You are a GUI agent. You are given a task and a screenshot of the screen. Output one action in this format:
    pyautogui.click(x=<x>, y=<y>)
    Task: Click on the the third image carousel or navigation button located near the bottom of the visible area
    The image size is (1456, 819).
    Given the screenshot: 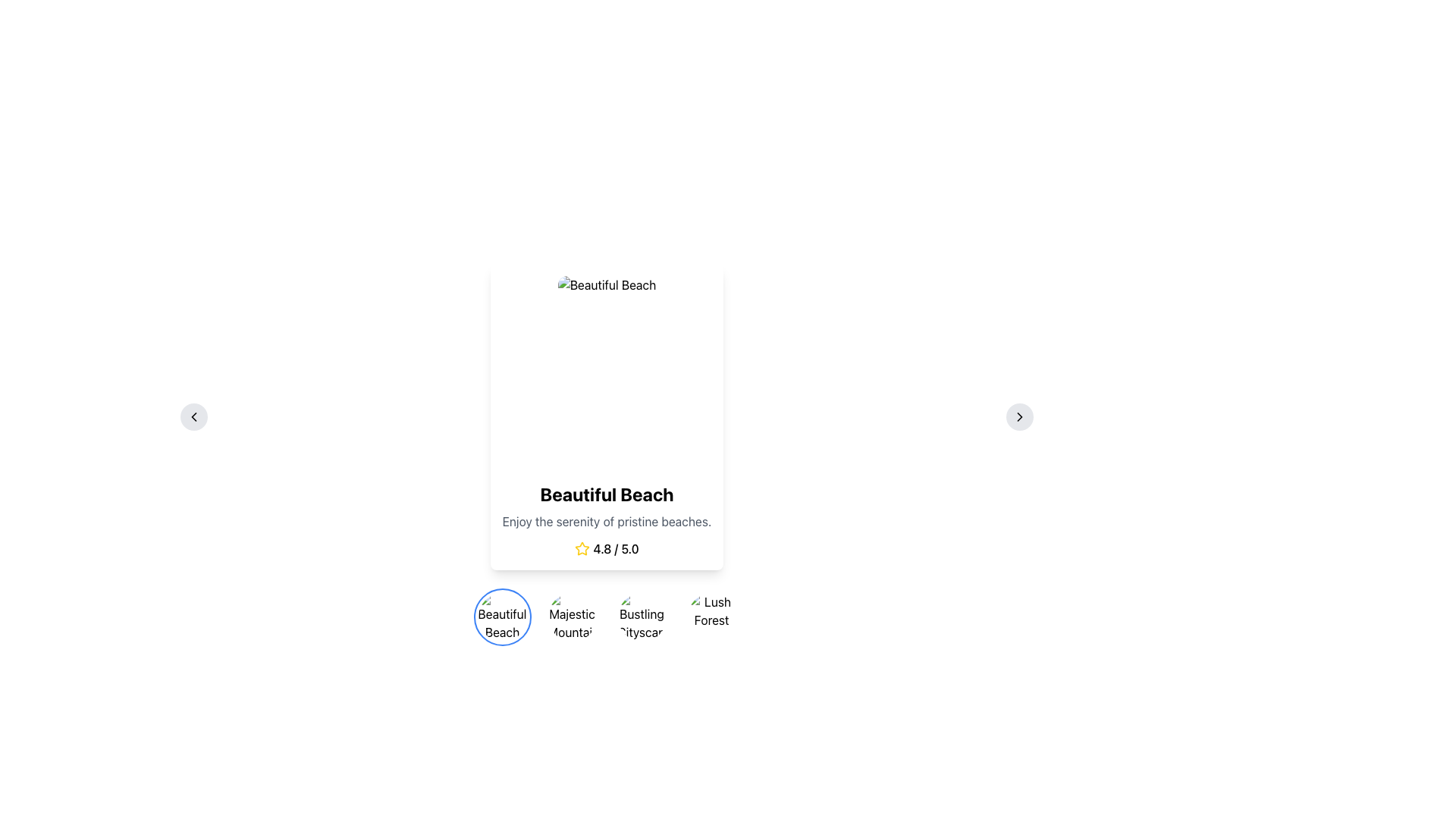 What is the action you would take?
    pyautogui.click(x=607, y=617)
    